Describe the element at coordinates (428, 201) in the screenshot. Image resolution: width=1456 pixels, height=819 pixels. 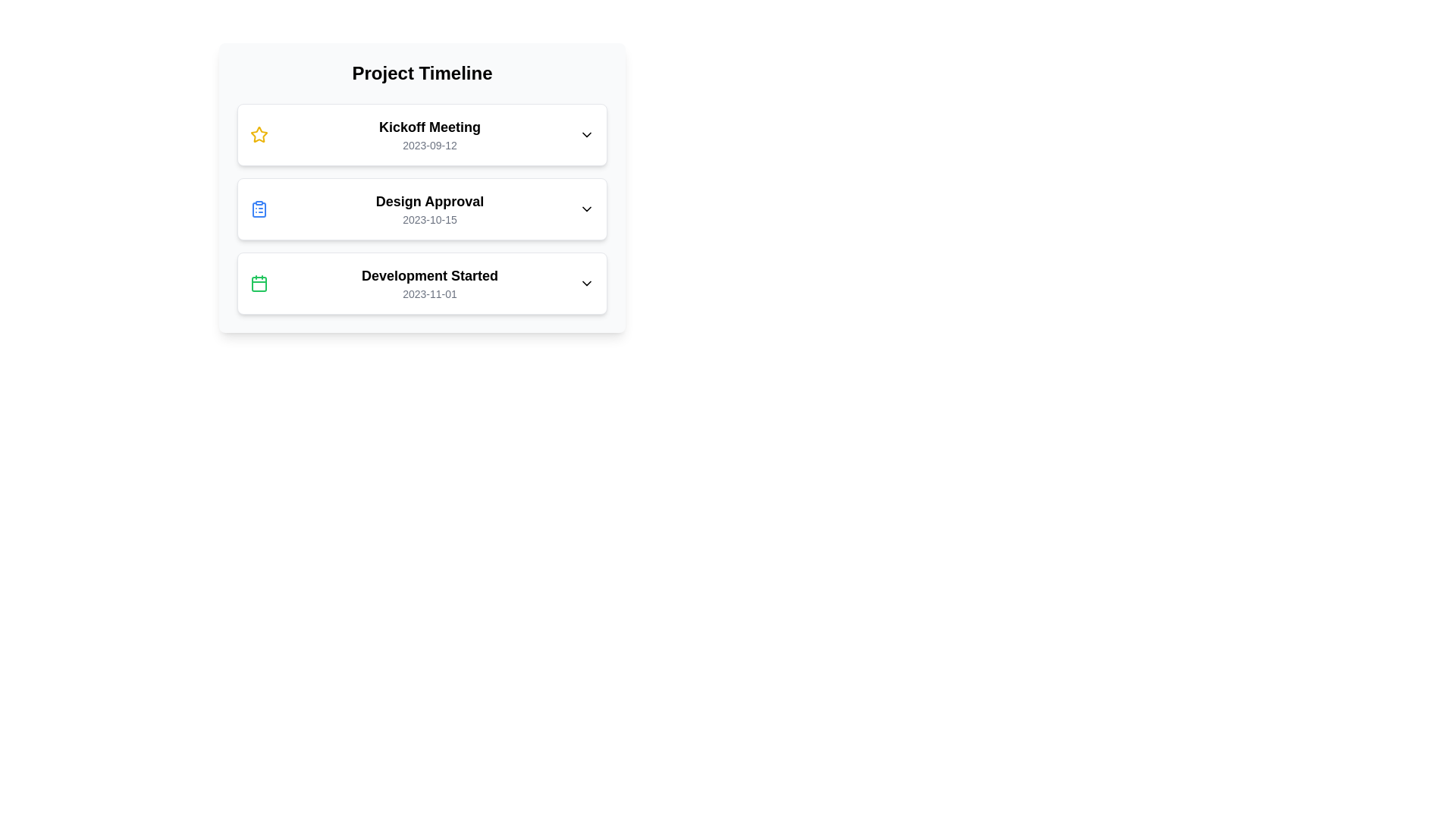
I see `the title text in the timeline interface, which indicates the specific milestone or section it represents and is positioned above a smaller gray text displaying '2023-10-15'` at that location.